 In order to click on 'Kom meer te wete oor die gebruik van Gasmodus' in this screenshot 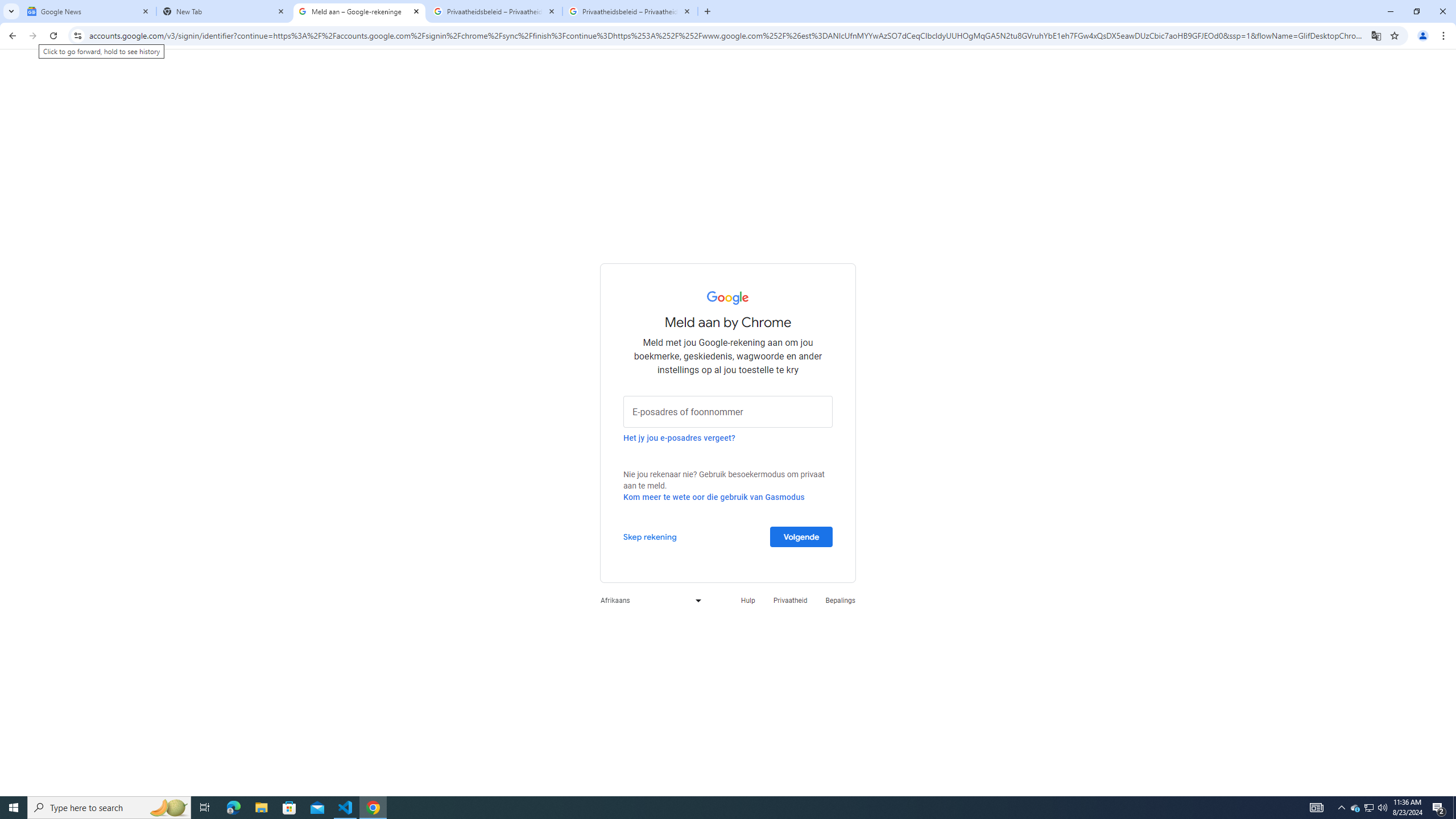, I will do `click(714, 497)`.